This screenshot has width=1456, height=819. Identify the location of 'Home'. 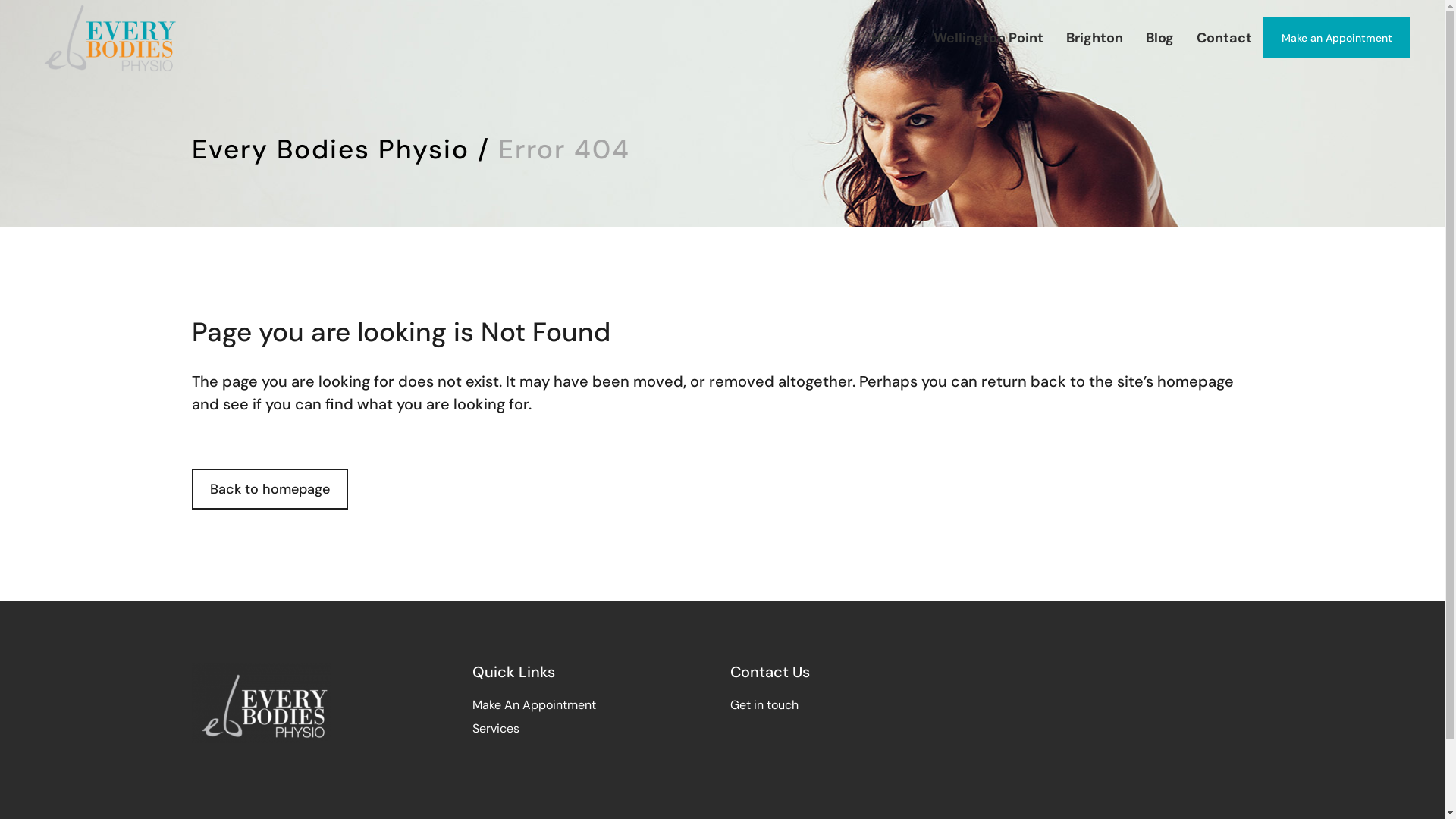
(859, 37).